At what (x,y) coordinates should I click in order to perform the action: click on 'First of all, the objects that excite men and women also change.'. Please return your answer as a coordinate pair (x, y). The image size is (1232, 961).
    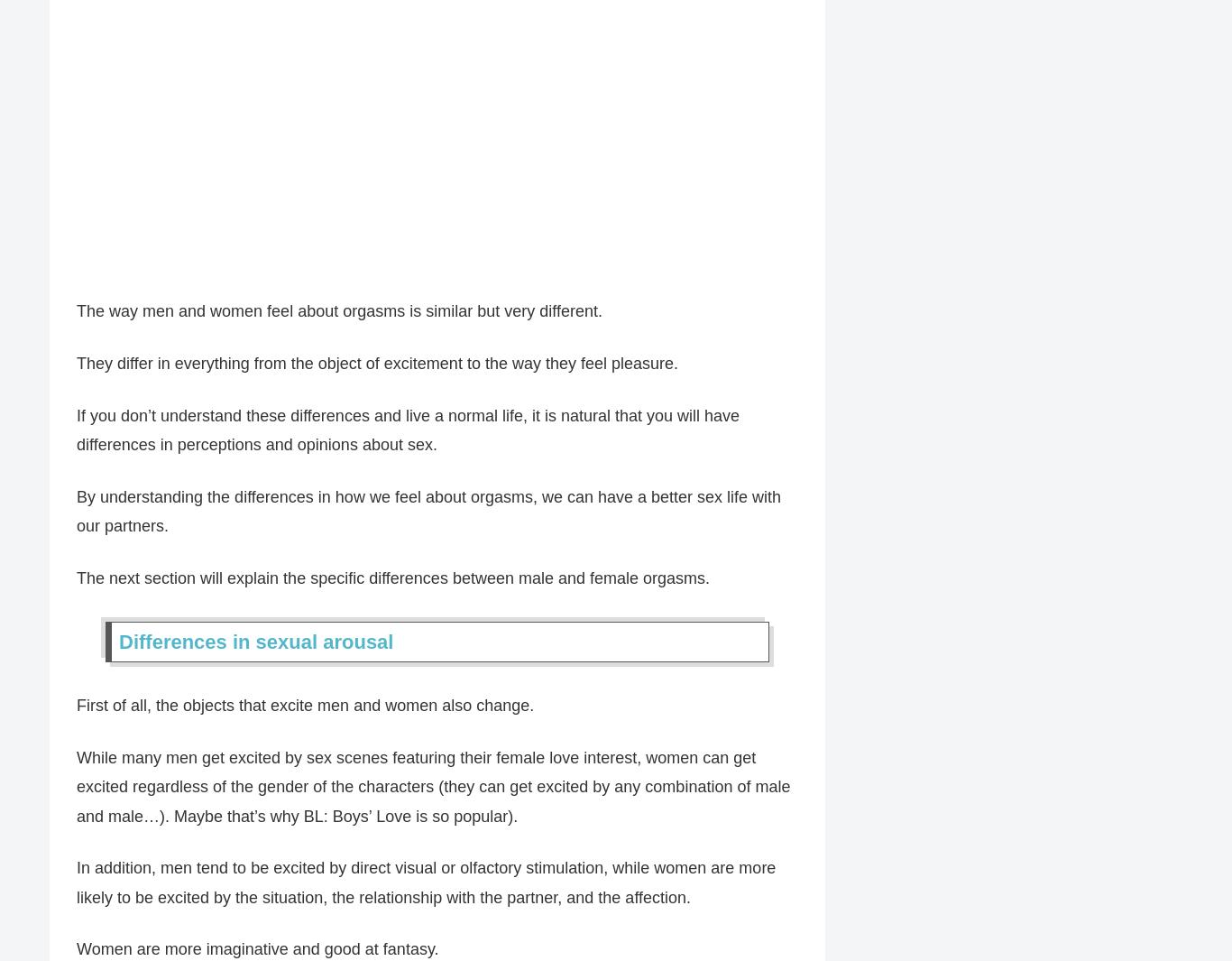
    Looking at the image, I should click on (305, 706).